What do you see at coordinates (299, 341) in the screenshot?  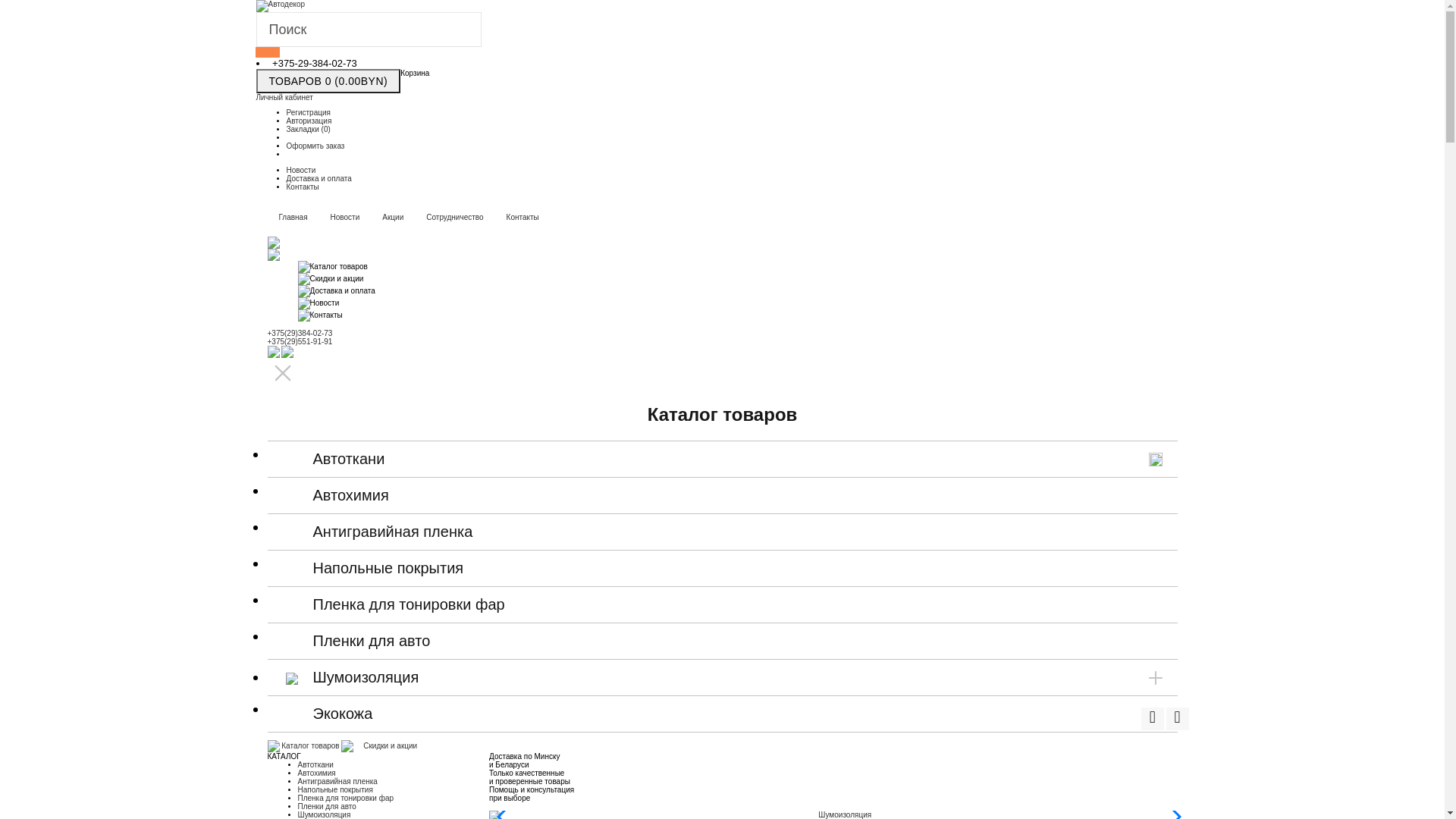 I see `'+375(29)551-91-91'` at bounding box center [299, 341].